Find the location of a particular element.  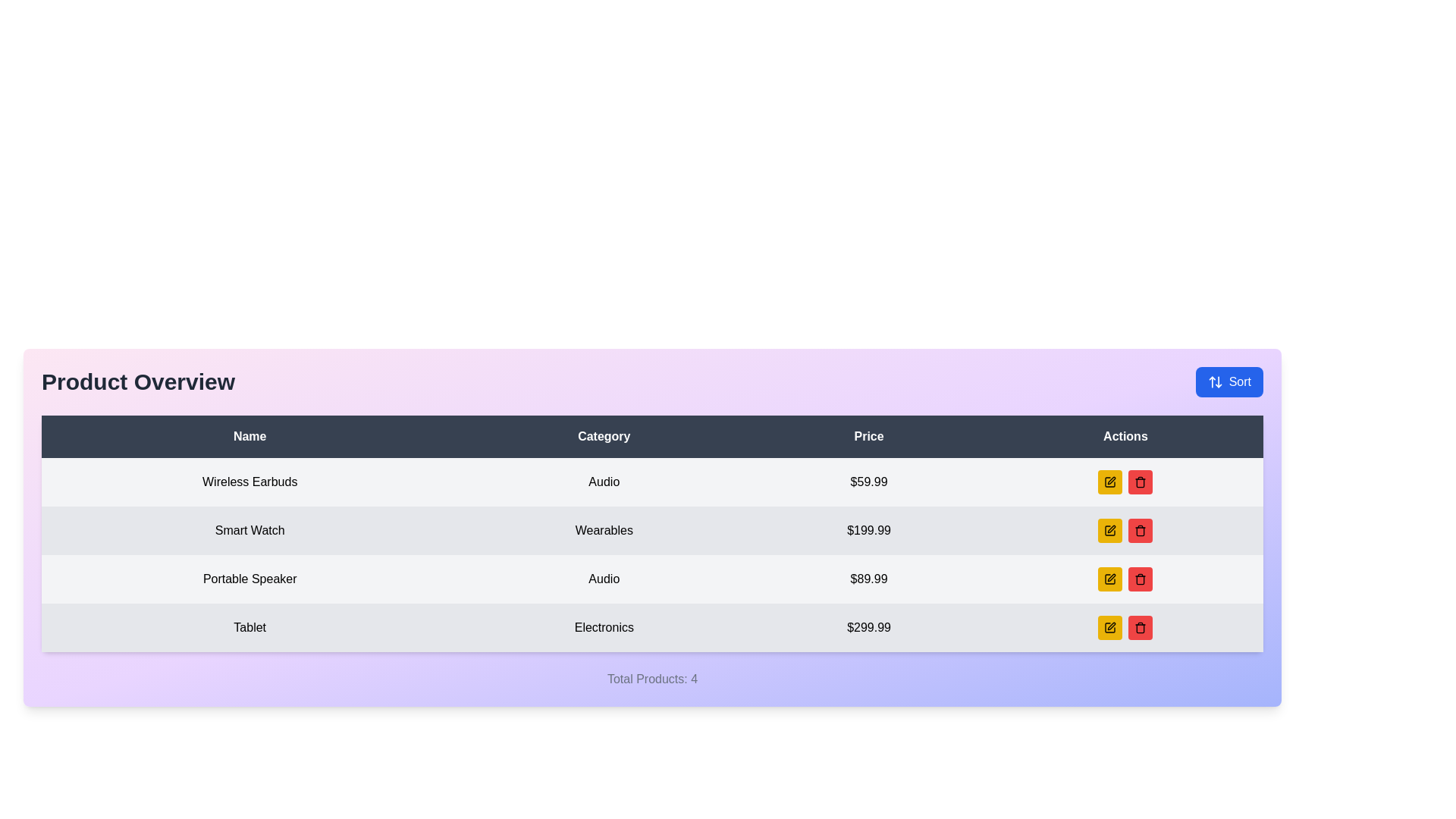

the red delete button with the trash icon in the button group for the 'Portable Speaker' product is located at coordinates (1125, 579).